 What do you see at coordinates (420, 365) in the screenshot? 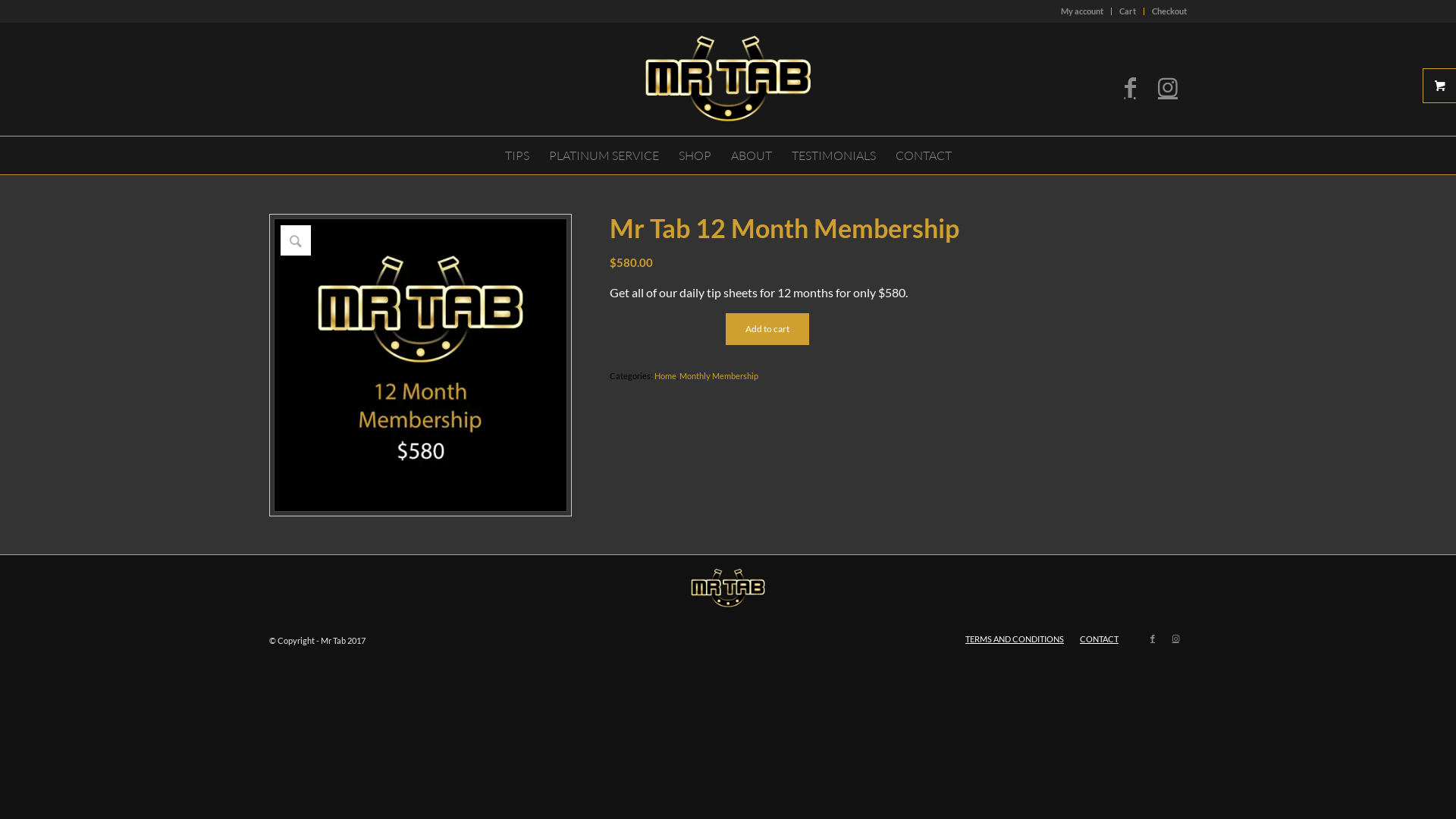
I see `'12monthnew'` at bounding box center [420, 365].